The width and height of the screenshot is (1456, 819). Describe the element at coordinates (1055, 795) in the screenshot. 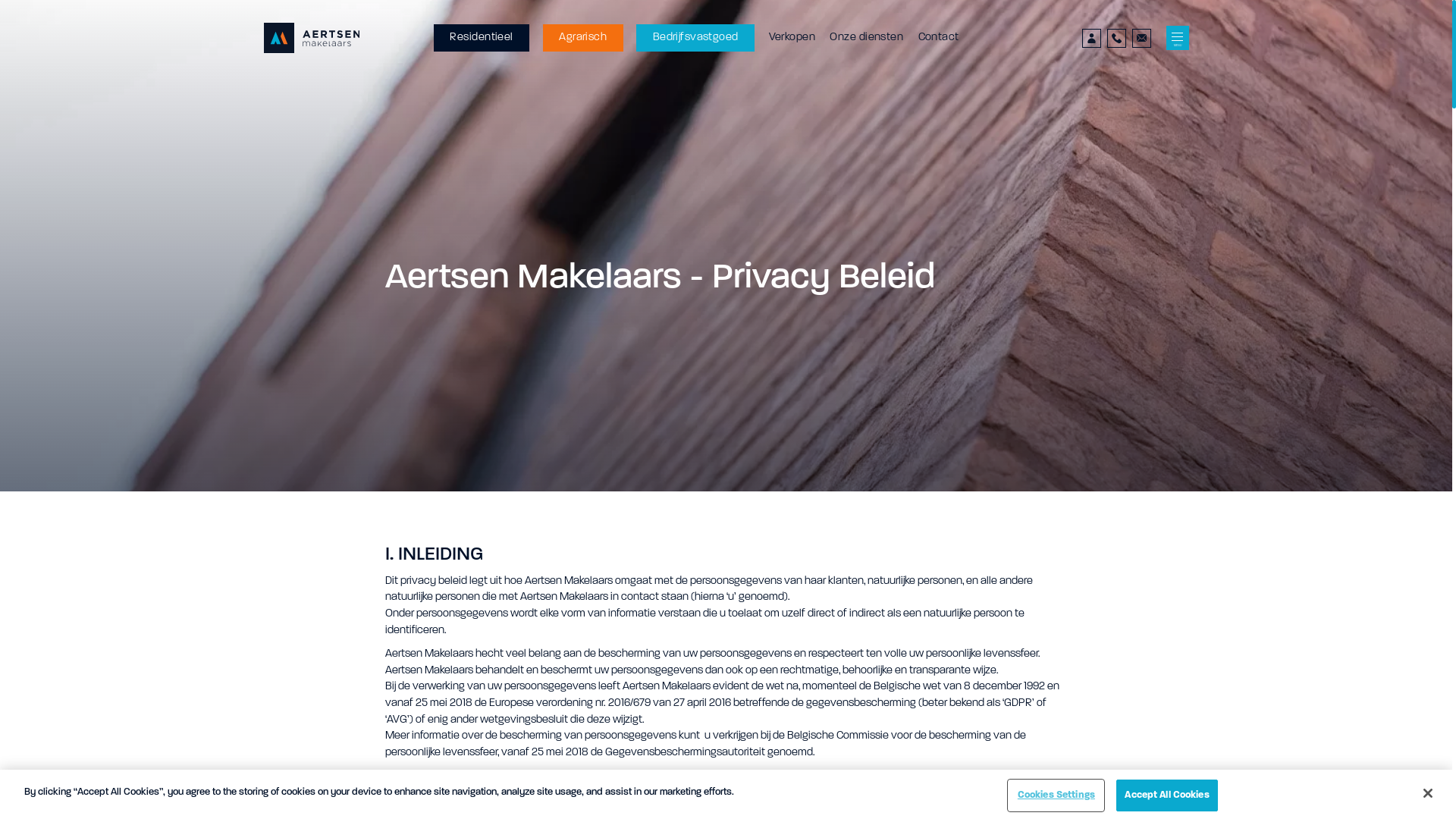

I see `'Cookies Settings'` at that location.